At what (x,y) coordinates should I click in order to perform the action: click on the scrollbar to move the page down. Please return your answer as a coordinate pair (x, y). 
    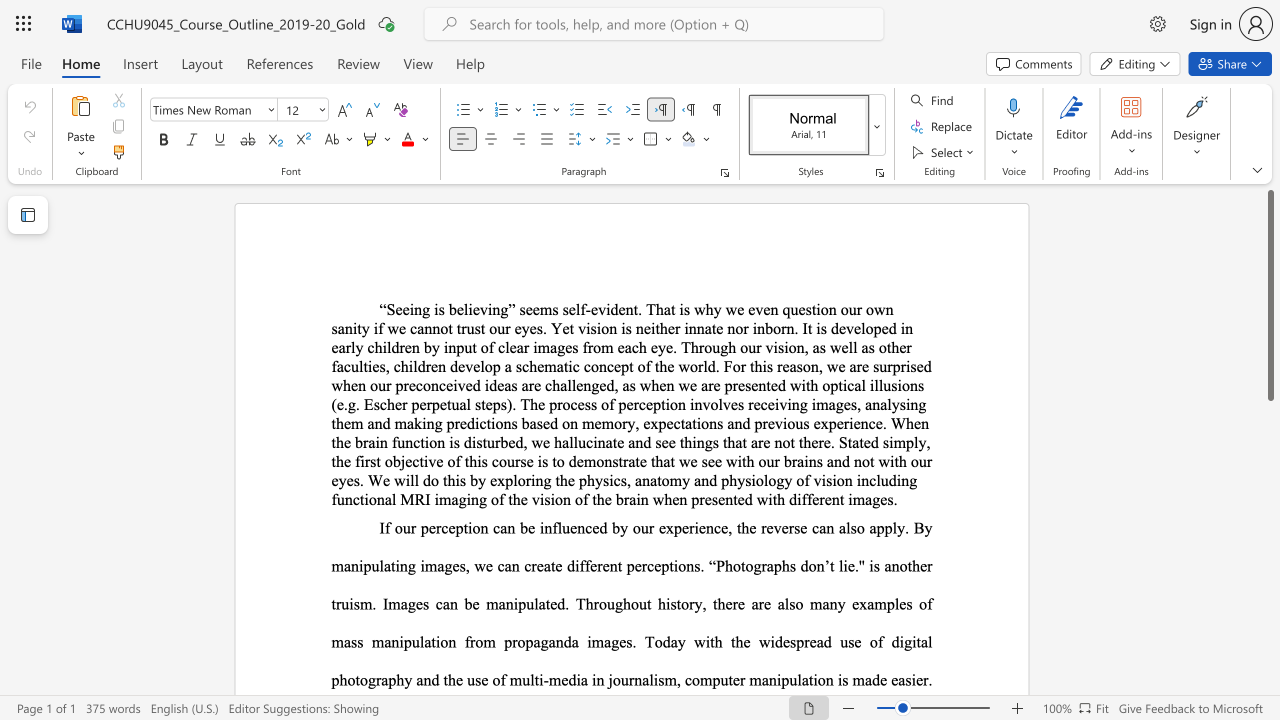
    Looking at the image, I should click on (1269, 470).